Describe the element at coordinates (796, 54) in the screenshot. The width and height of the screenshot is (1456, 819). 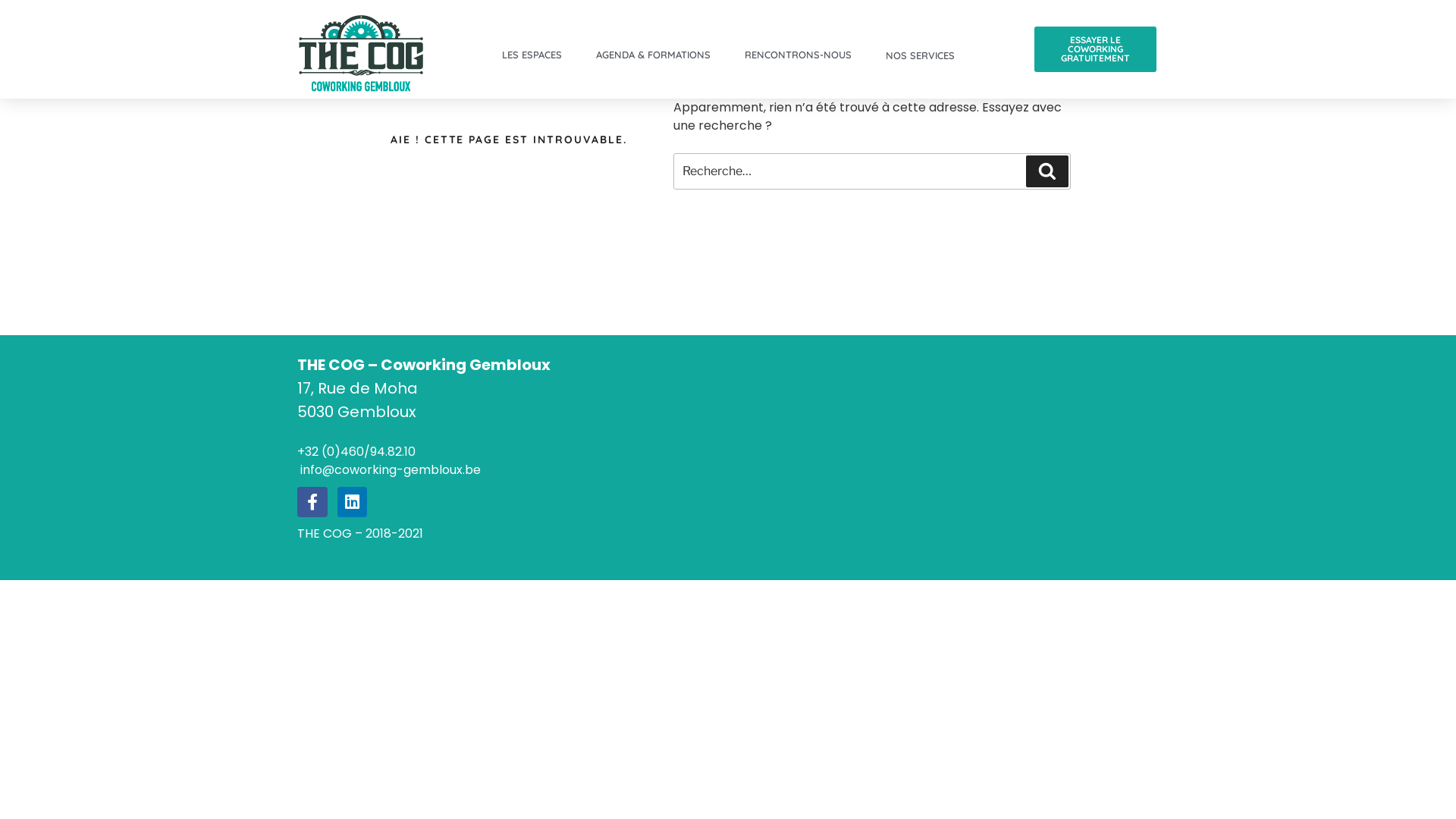
I see `'RENCONTRONS-NOUS'` at that location.